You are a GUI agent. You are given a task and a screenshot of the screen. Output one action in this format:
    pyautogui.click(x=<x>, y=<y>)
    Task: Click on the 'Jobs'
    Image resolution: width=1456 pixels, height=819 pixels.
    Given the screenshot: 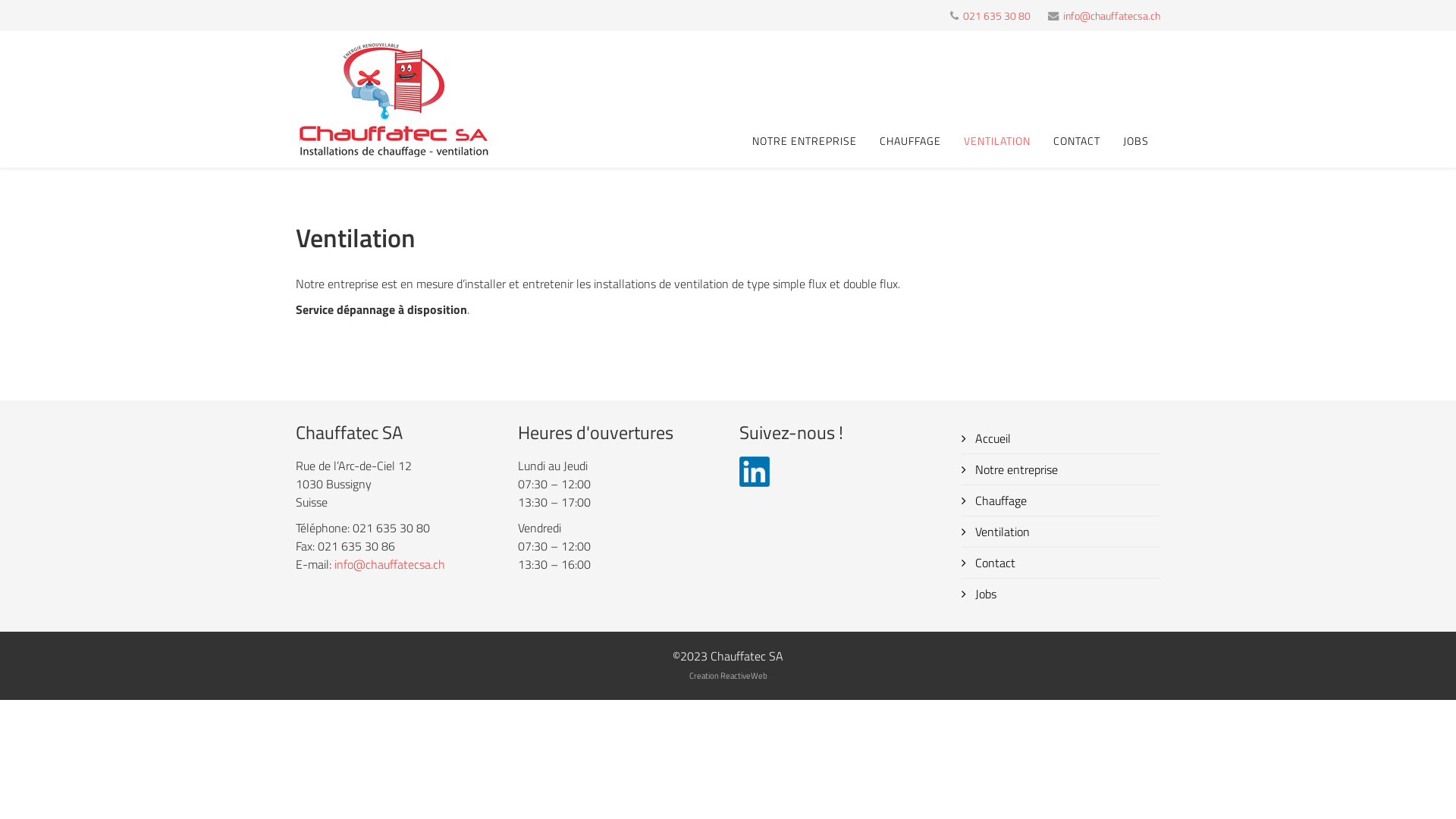 What is the action you would take?
    pyautogui.click(x=1060, y=593)
    